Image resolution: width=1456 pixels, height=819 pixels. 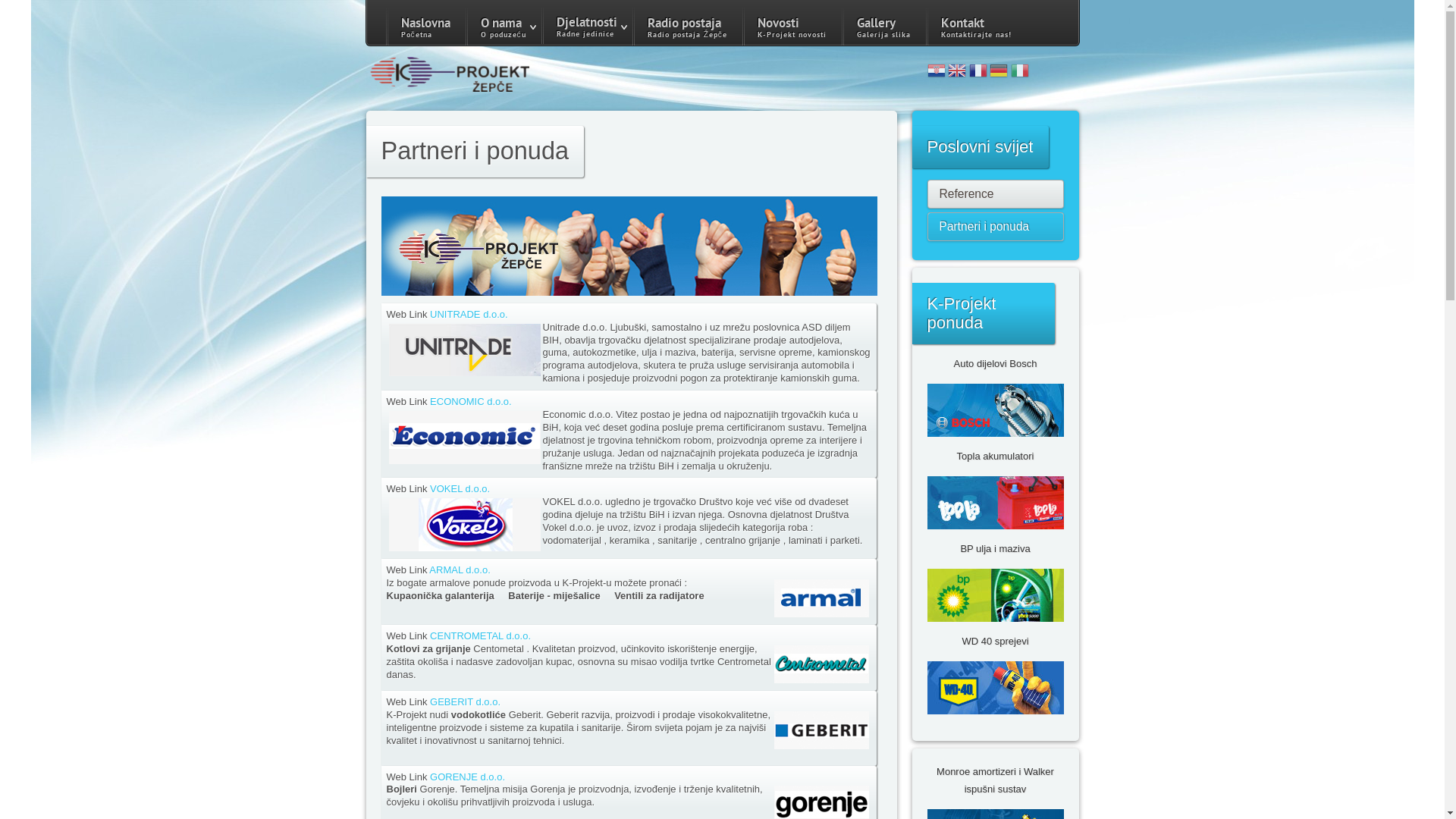 I want to click on 'VOKEL d.o.o.', so click(x=459, y=488).